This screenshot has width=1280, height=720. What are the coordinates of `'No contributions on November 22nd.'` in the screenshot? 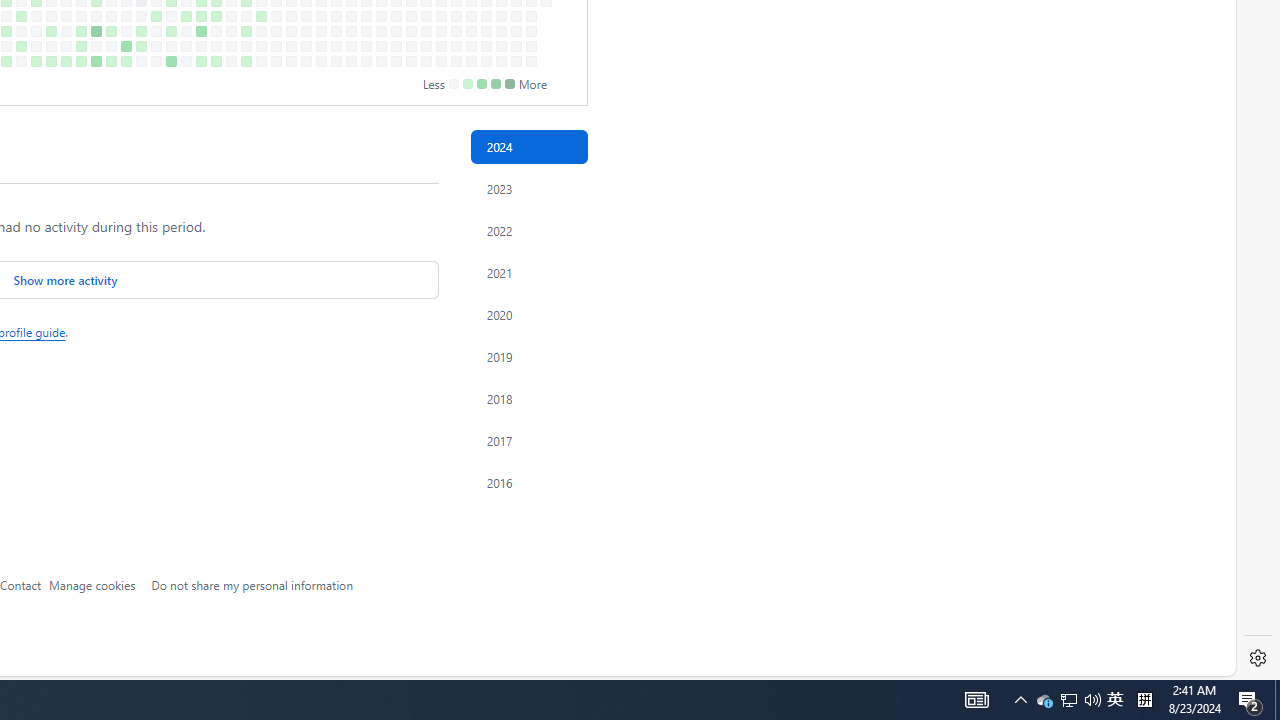 It's located at (455, 45).